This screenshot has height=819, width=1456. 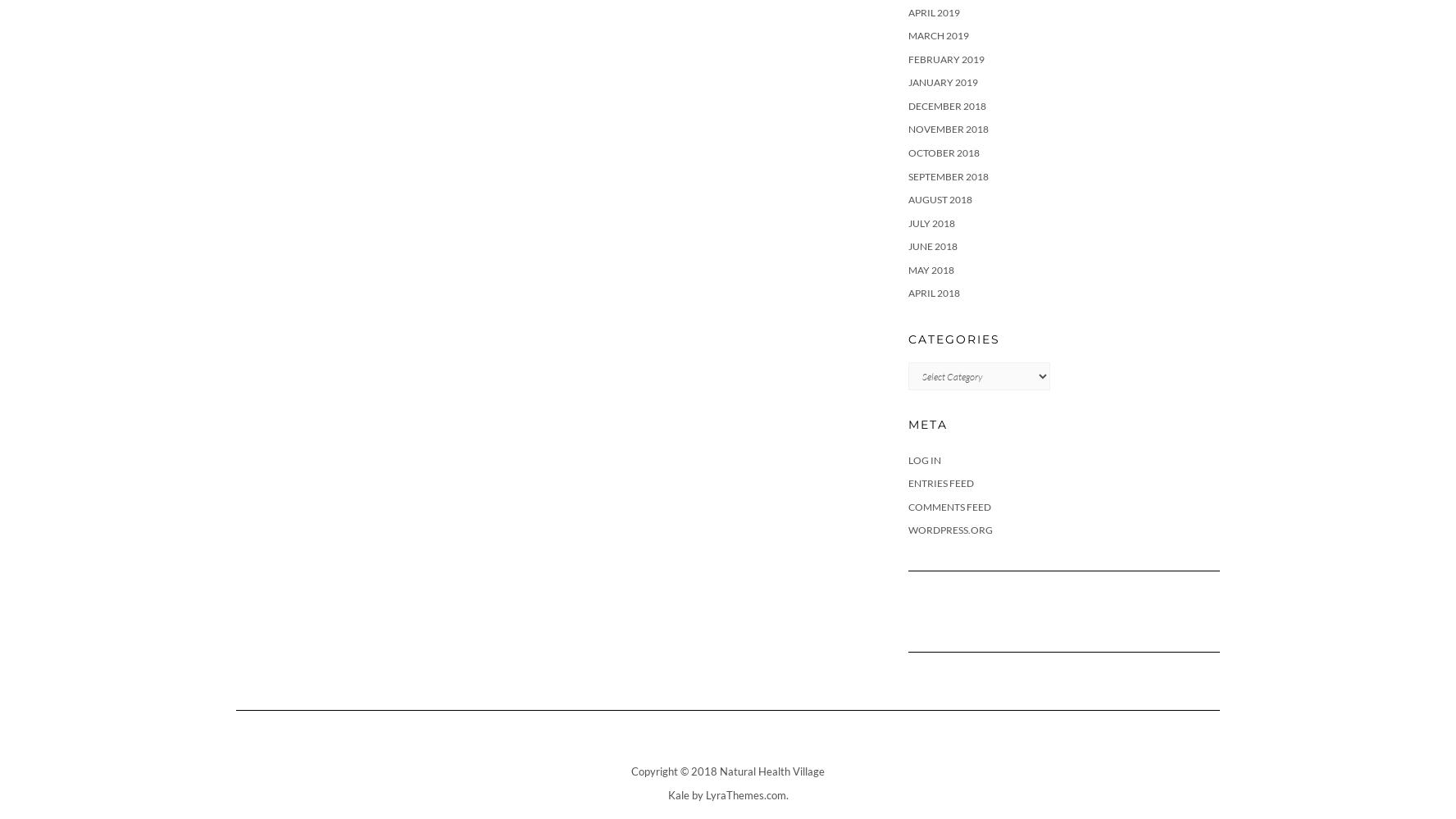 What do you see at coordinates (928, 423) in the screenshot?
I see `'Meta'` at bounding box center [928, 423].